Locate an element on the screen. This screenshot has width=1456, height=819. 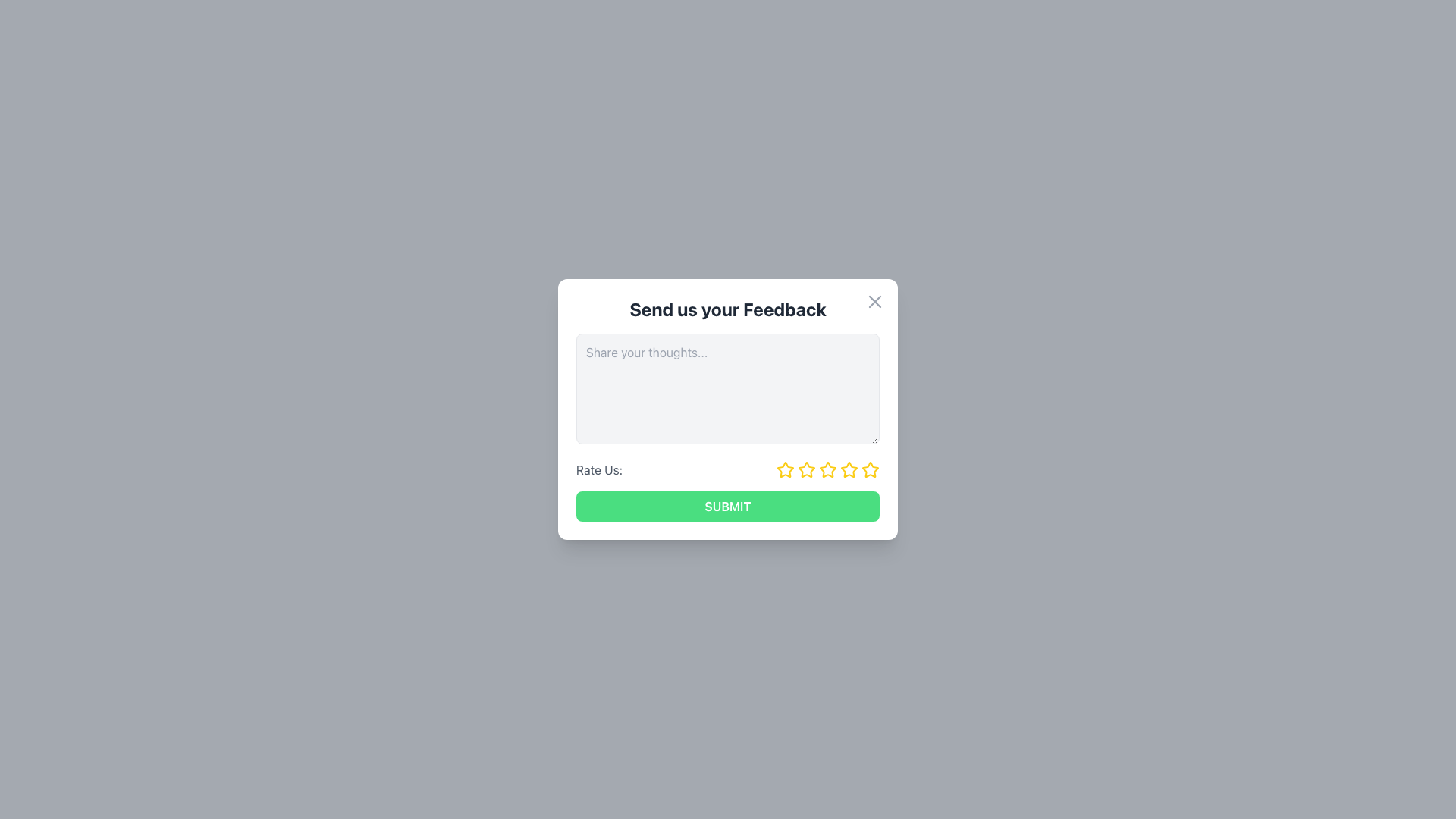
the fifth yellow star icon in the rating bar located at the lower-right section of the feedback form labeled 'Rate Us' is located at coordinates (870, 469).